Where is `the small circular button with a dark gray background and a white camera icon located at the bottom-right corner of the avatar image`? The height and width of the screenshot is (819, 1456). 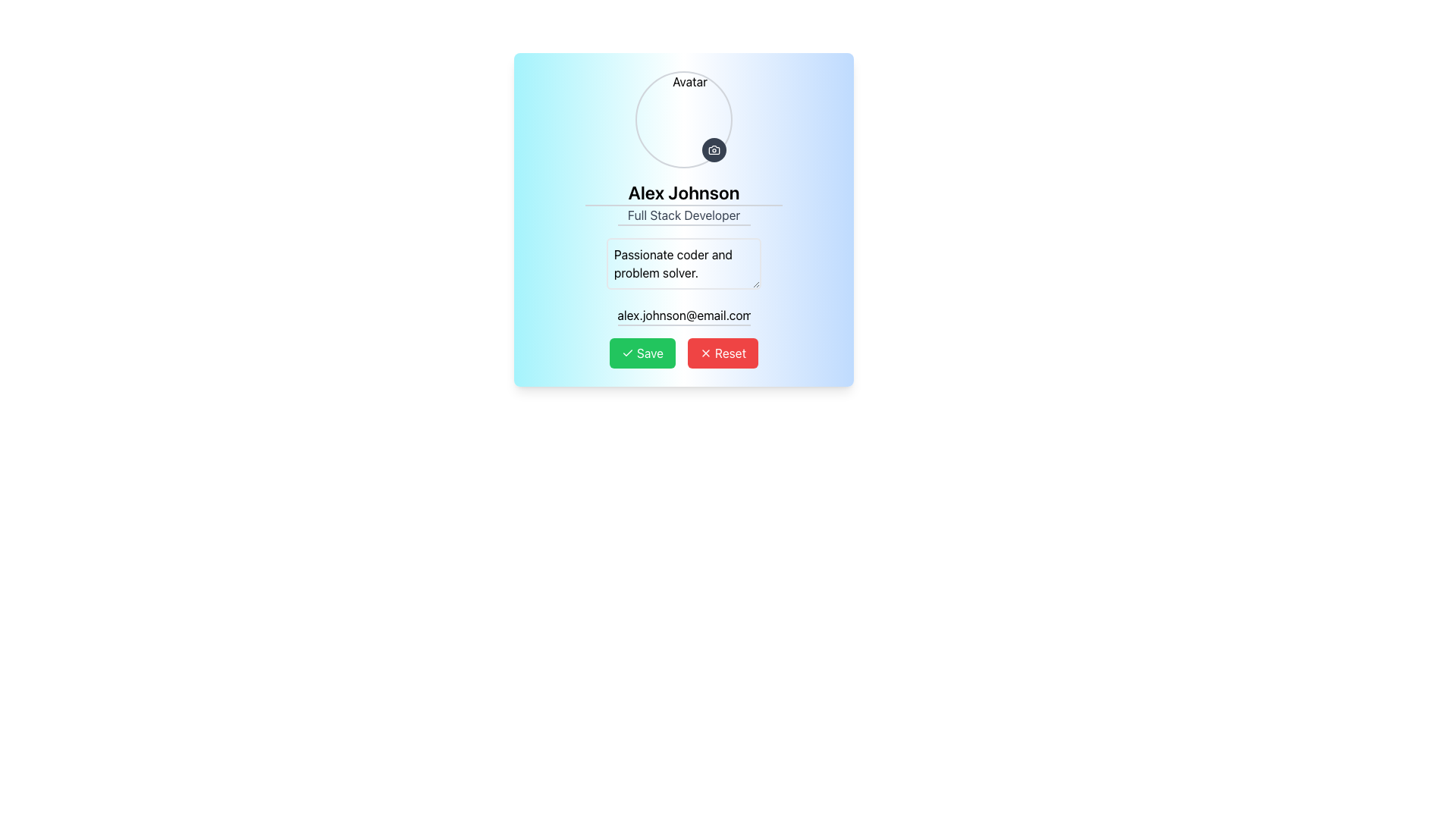 the small circular button with a dark gray background and a white camera icon located at the bottom-right corner of the avatar image is located at coordinates (713, 149).